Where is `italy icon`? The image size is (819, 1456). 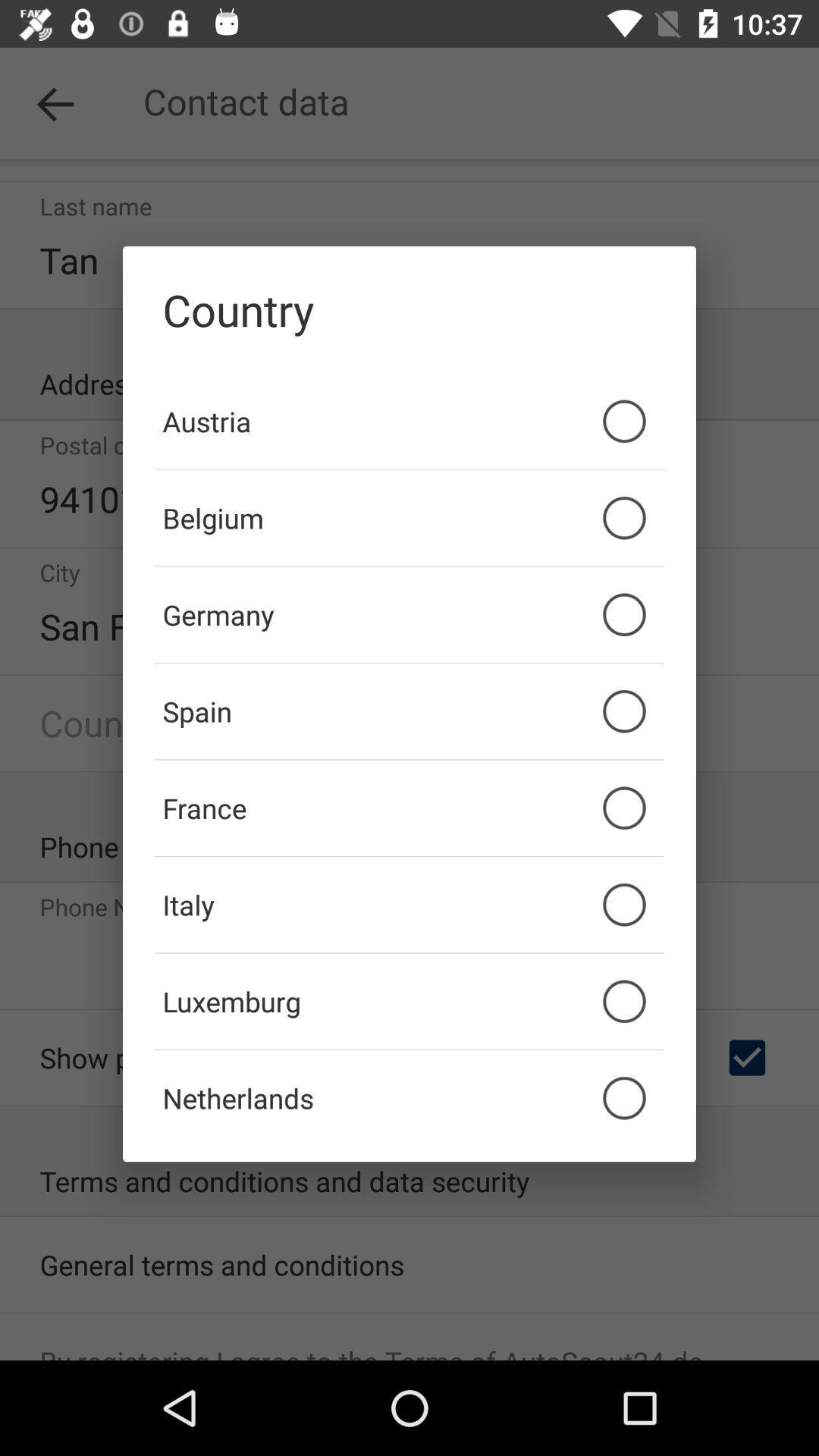
italy icon is located at coordinates (409, 905).